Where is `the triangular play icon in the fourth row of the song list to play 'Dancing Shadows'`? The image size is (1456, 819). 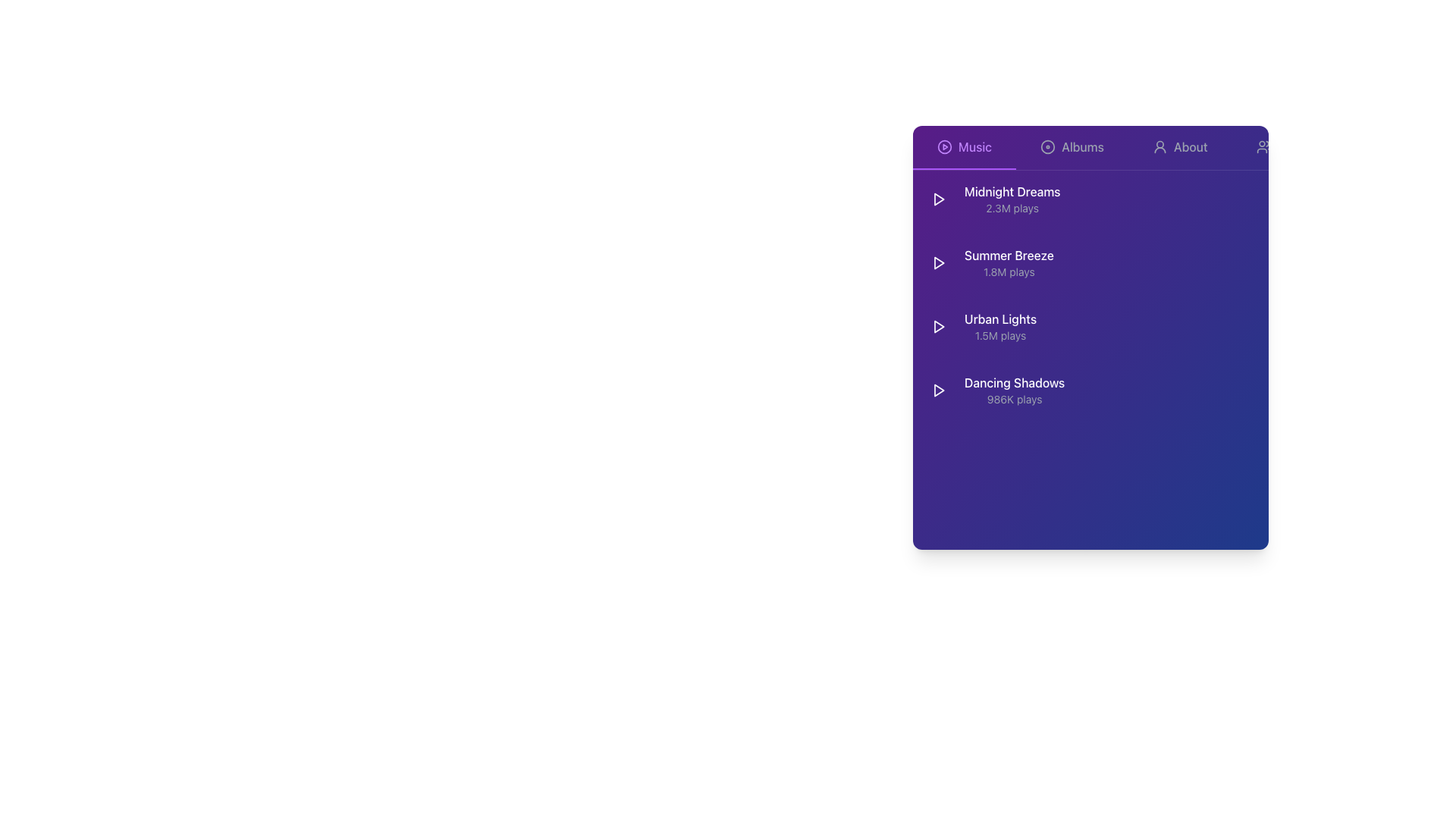
the triangular play icon in the fourth row of the song list to play 'Dancing Shadows' is located at coordinates (938, 390).